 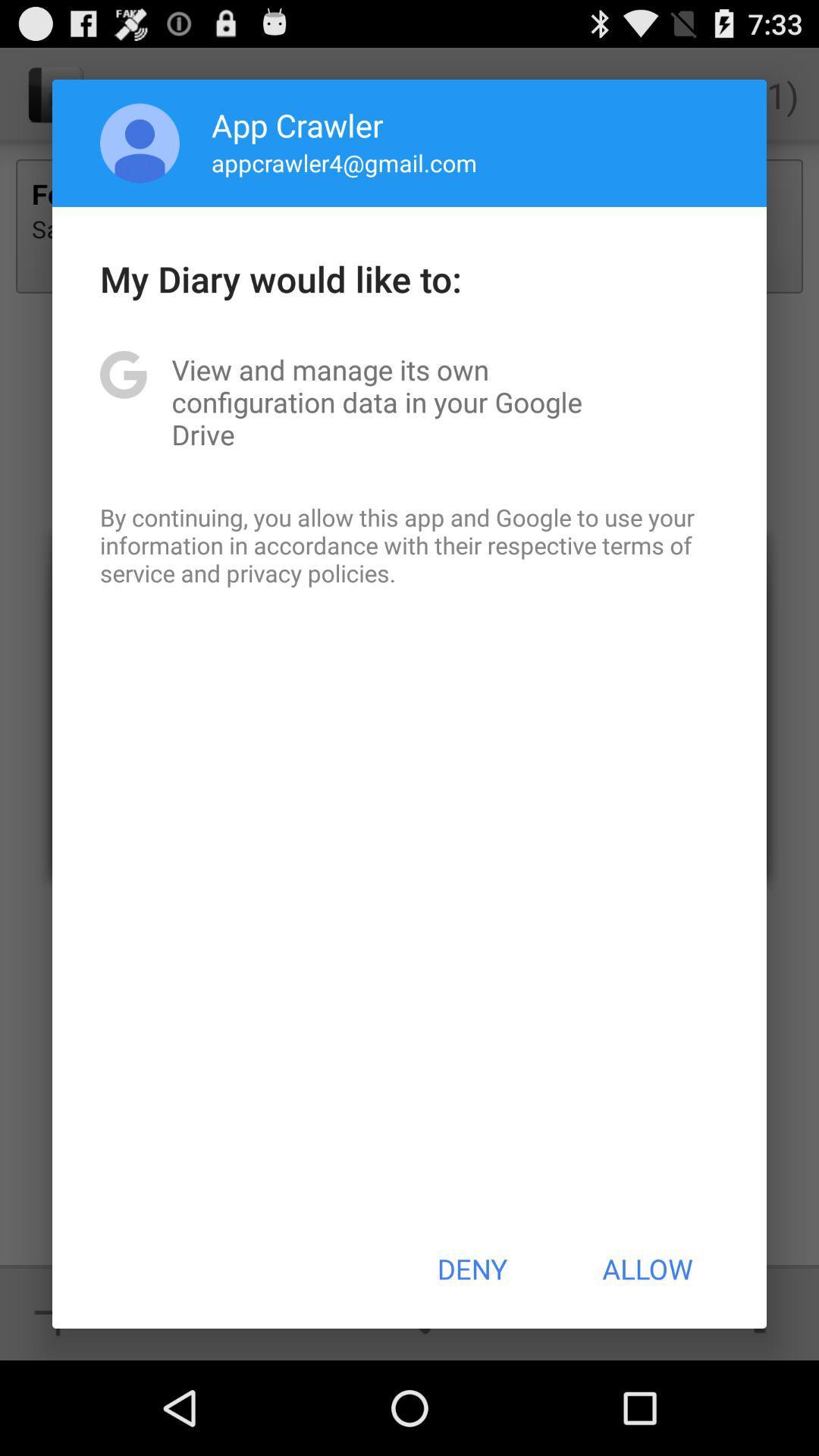 I want to click on the button next to the allow button, so click(x=471, y=1269).